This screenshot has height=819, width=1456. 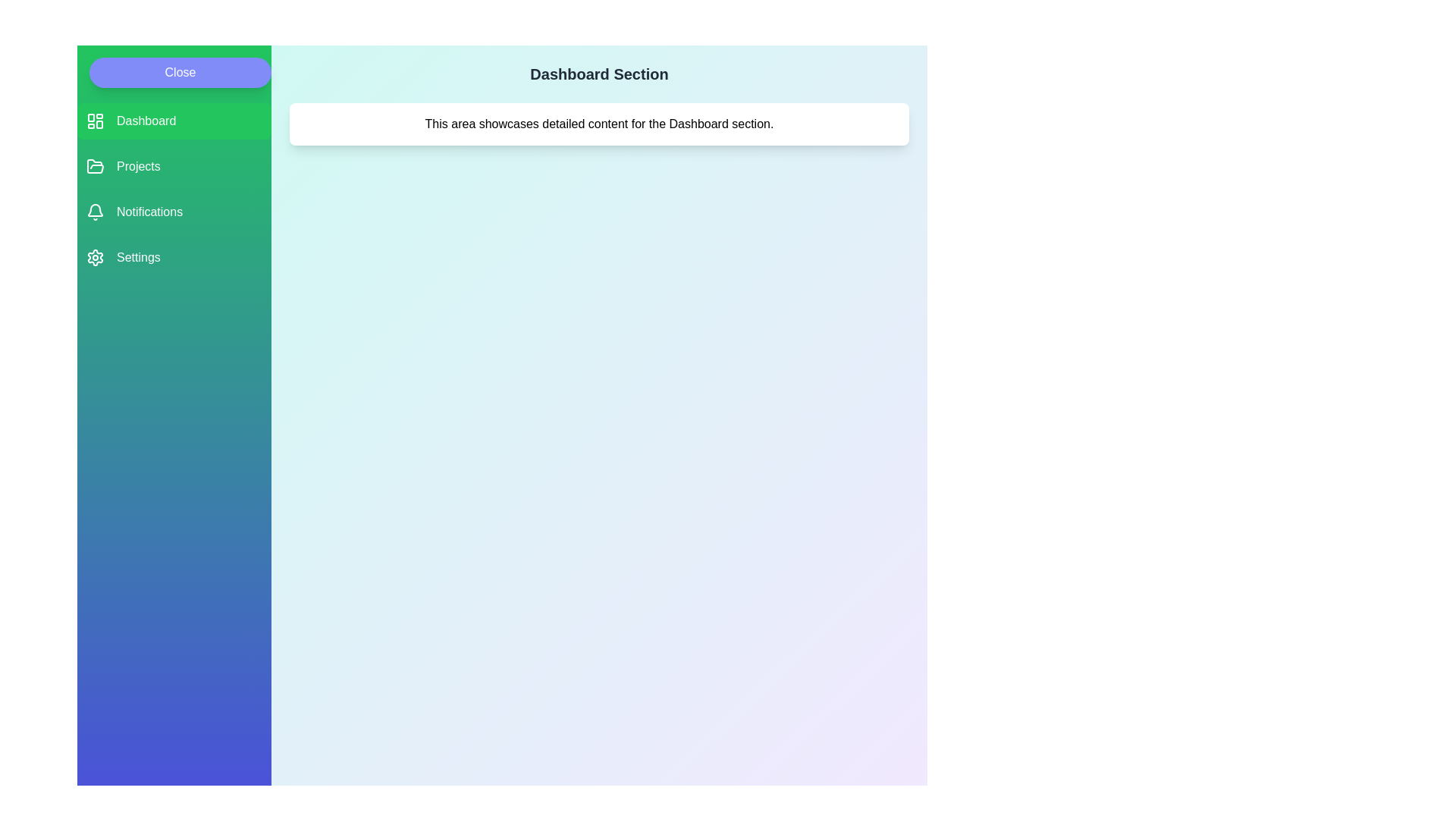 What do you see at coordinates (174, 166) in the screenshot?
I see `the menu item corresponding to Projects to switch the active section` at bounding box center [174, 166].